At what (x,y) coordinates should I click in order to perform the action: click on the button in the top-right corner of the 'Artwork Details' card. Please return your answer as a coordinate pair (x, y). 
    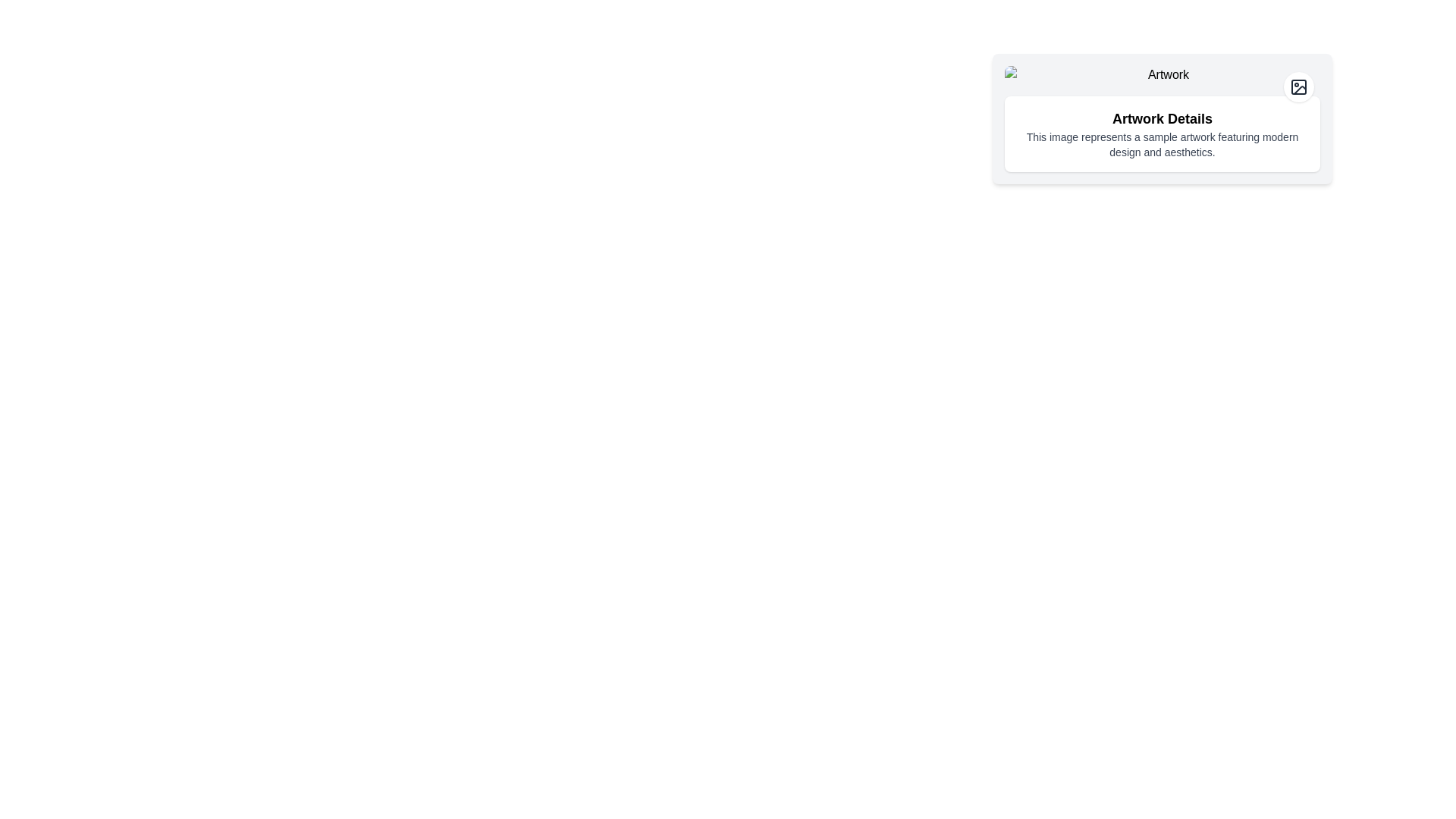
    Looking at the image, I should click on (1298, 87).